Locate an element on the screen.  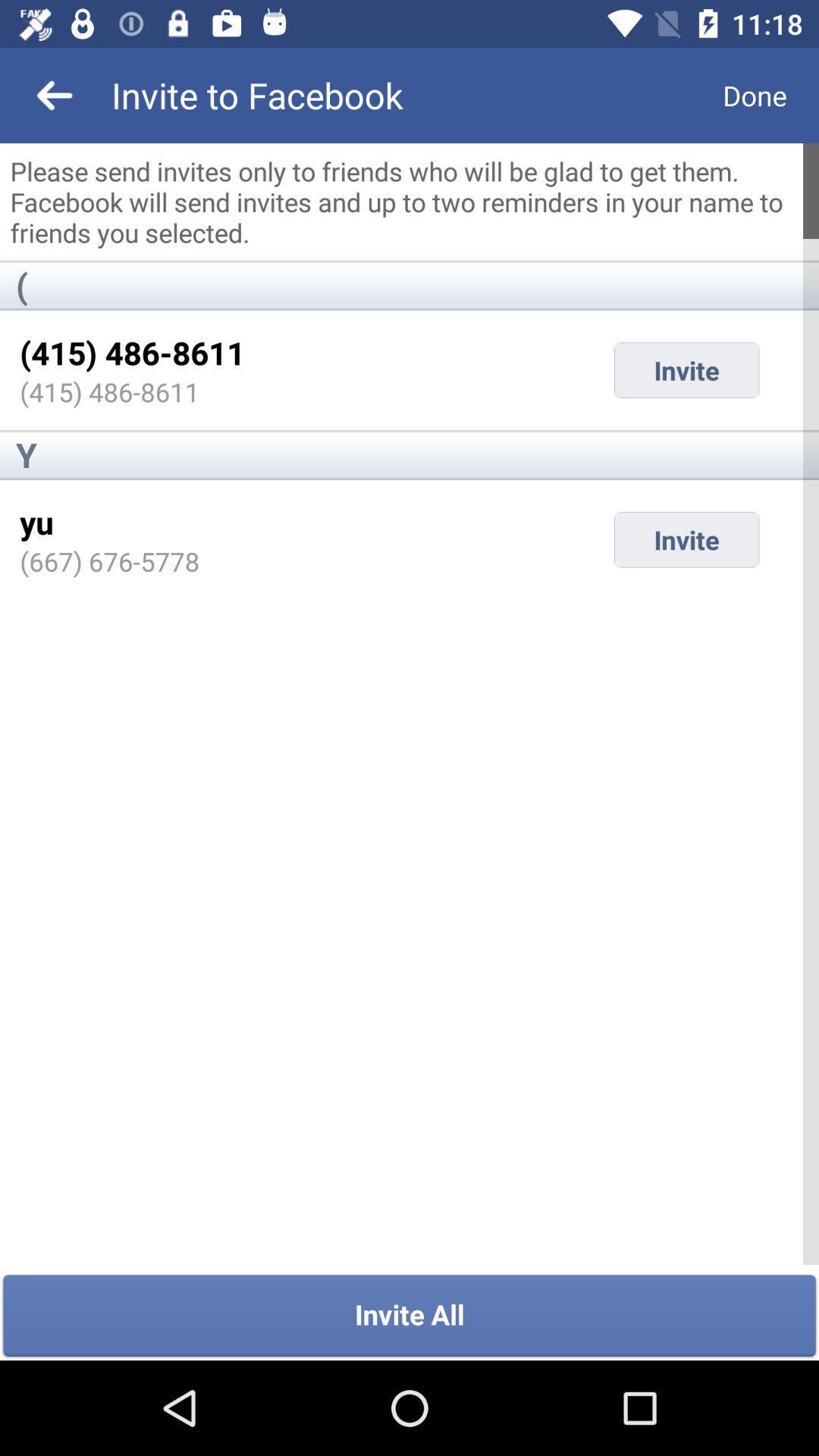
item next to invite icon is located at coordinates (36, 522).